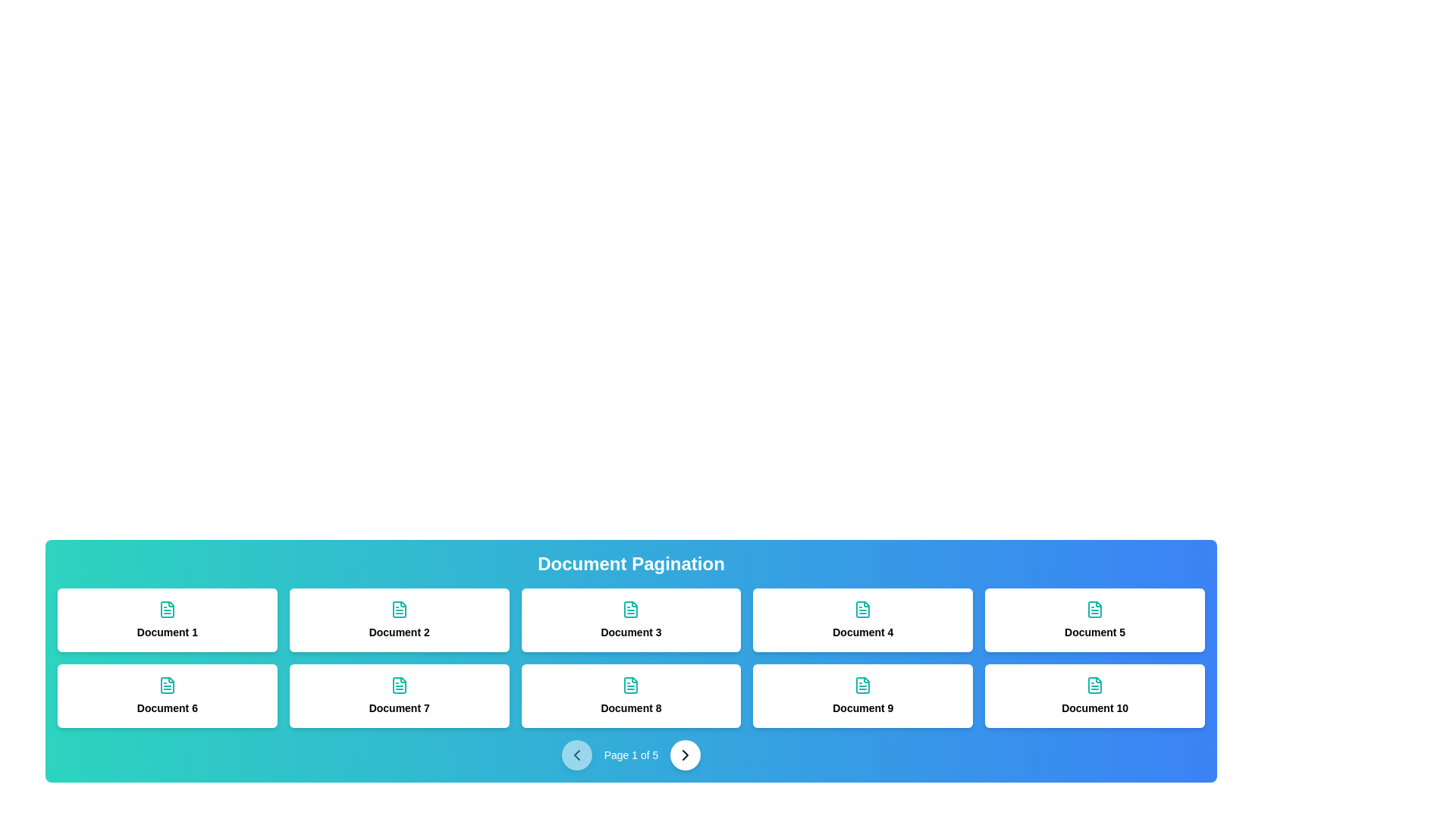 The width and height of the screenshot is (1456, 819). I want to click on the Button-like selectable card in the second column of the second row, so click(399, 696).